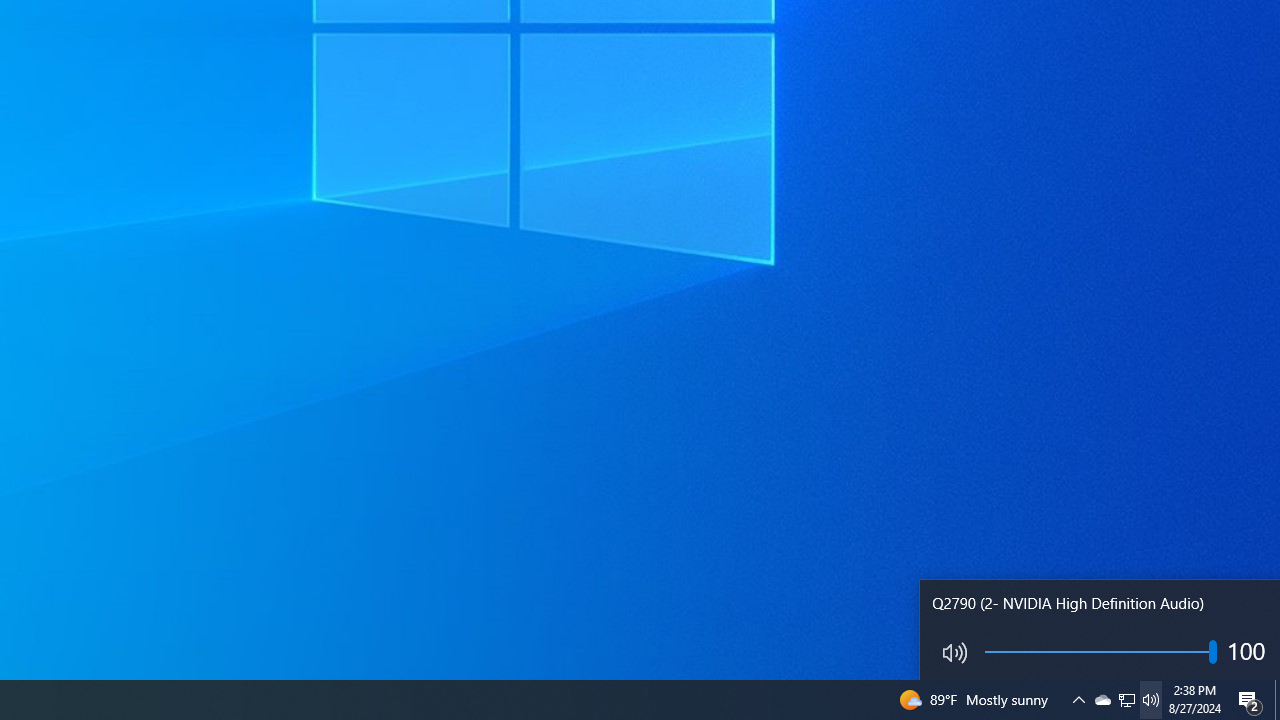  I want to click on 'Q2790 (2- NVIDIA High Definition Audio)', so click(1099, 630).